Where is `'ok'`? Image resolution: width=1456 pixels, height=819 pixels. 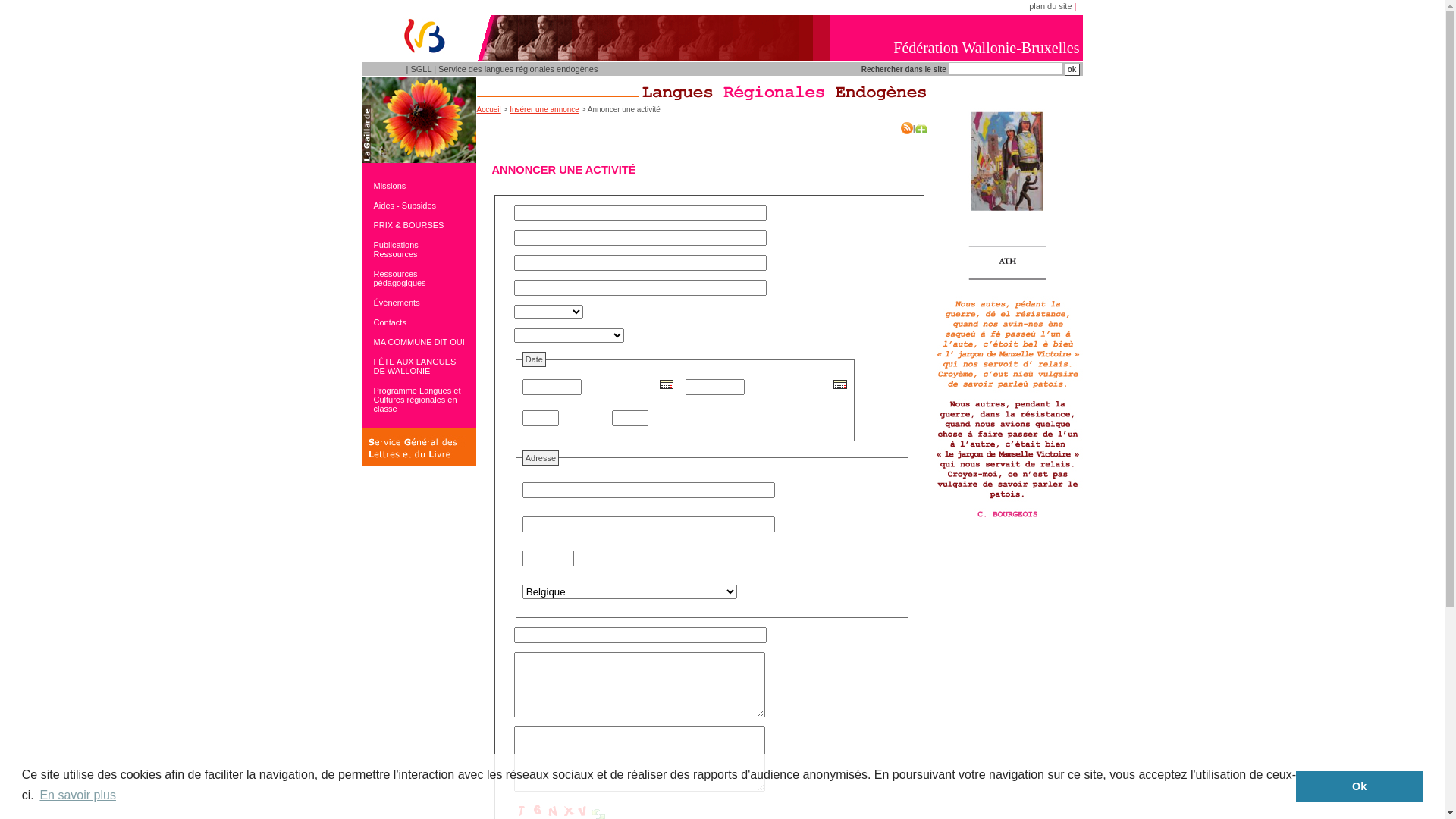 'ok' is located at coordinates (1063, 70).